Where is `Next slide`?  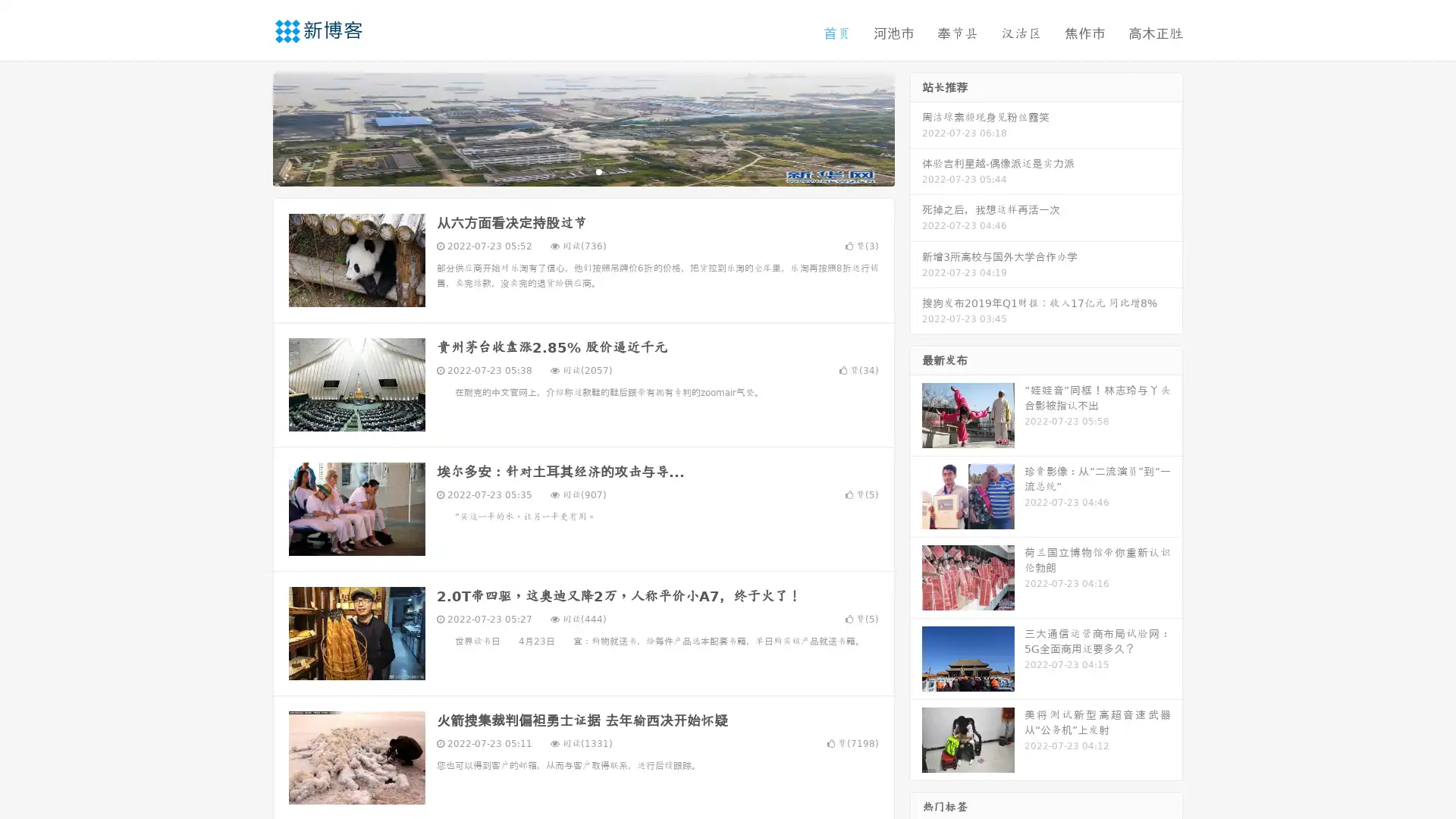 Next slide is located at coordinates (916, 127).